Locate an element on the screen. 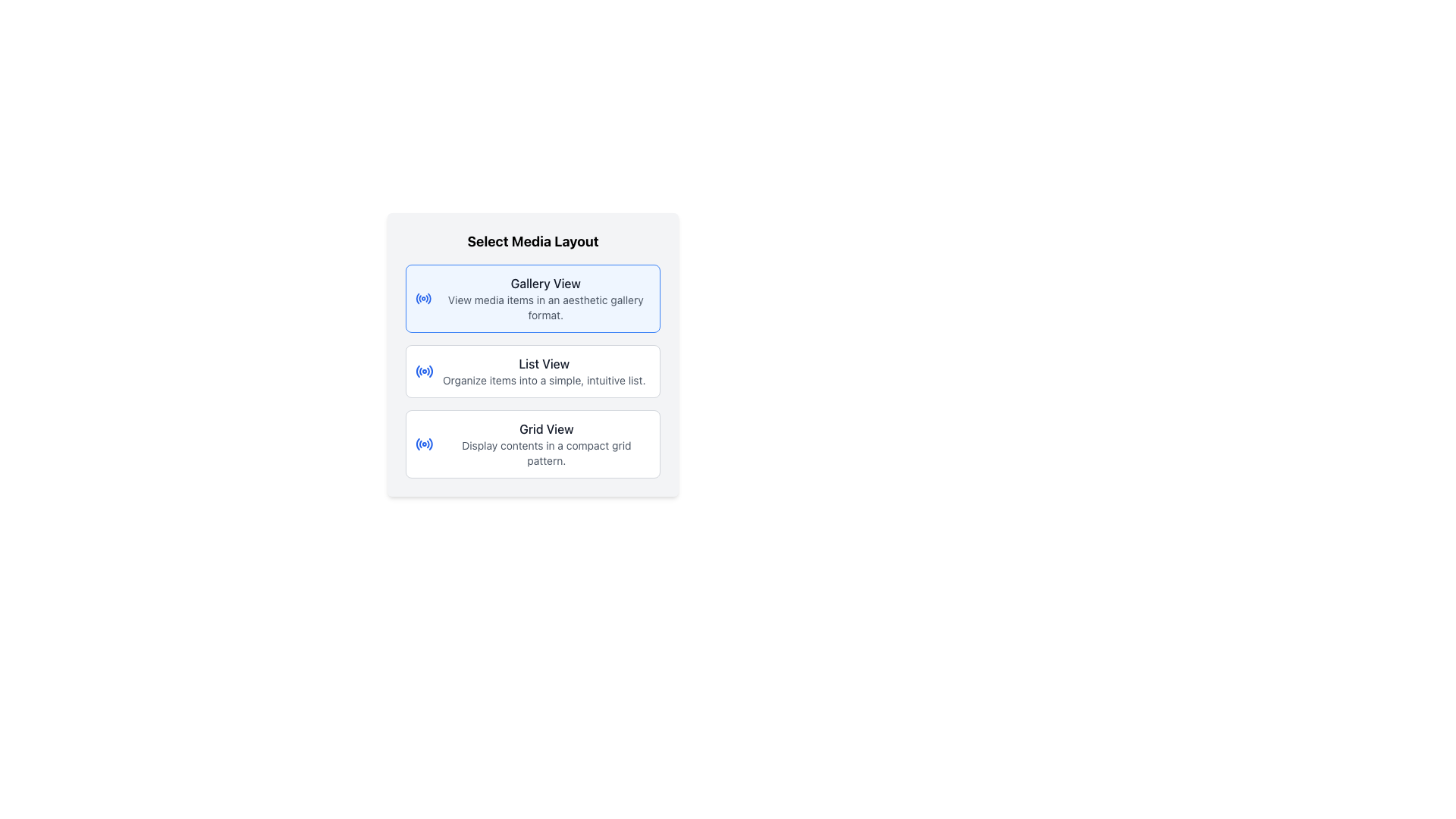  the radio icon is located at coordinates (425, 371).